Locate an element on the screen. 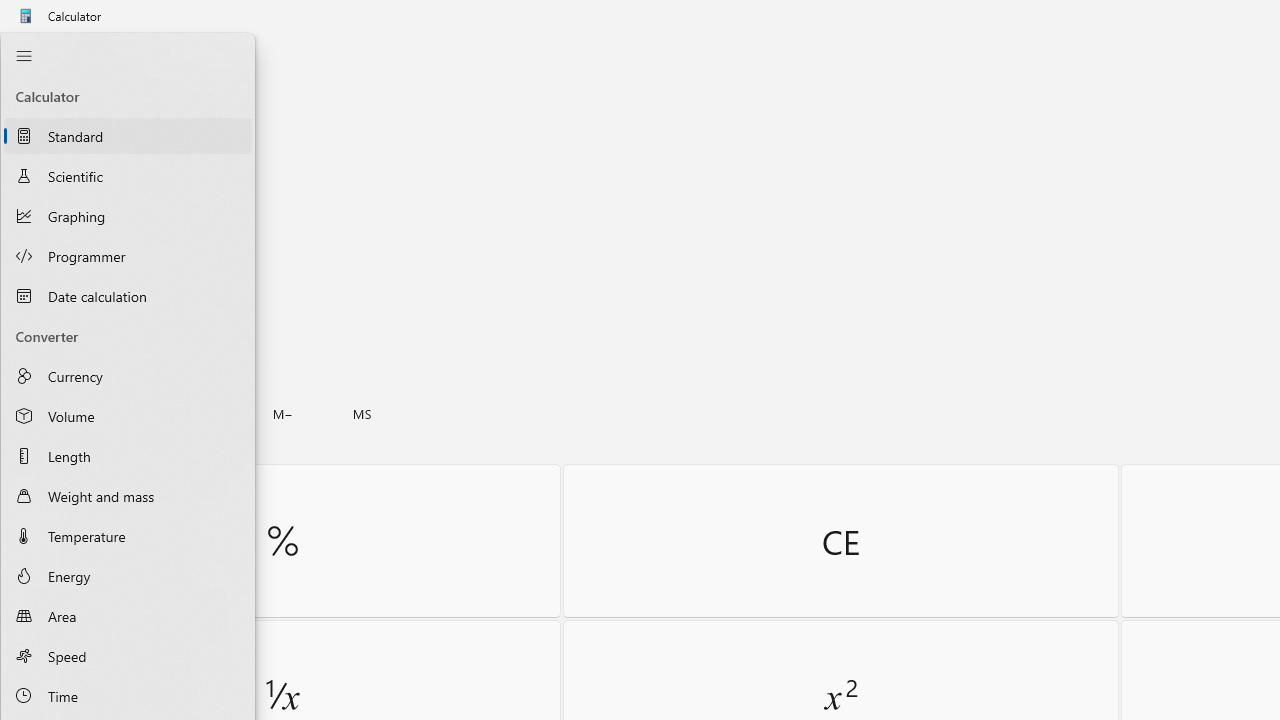 The height and width of the screenshot is (720, 1280). 'Currency Converter' is located at coordinates (127, 375).